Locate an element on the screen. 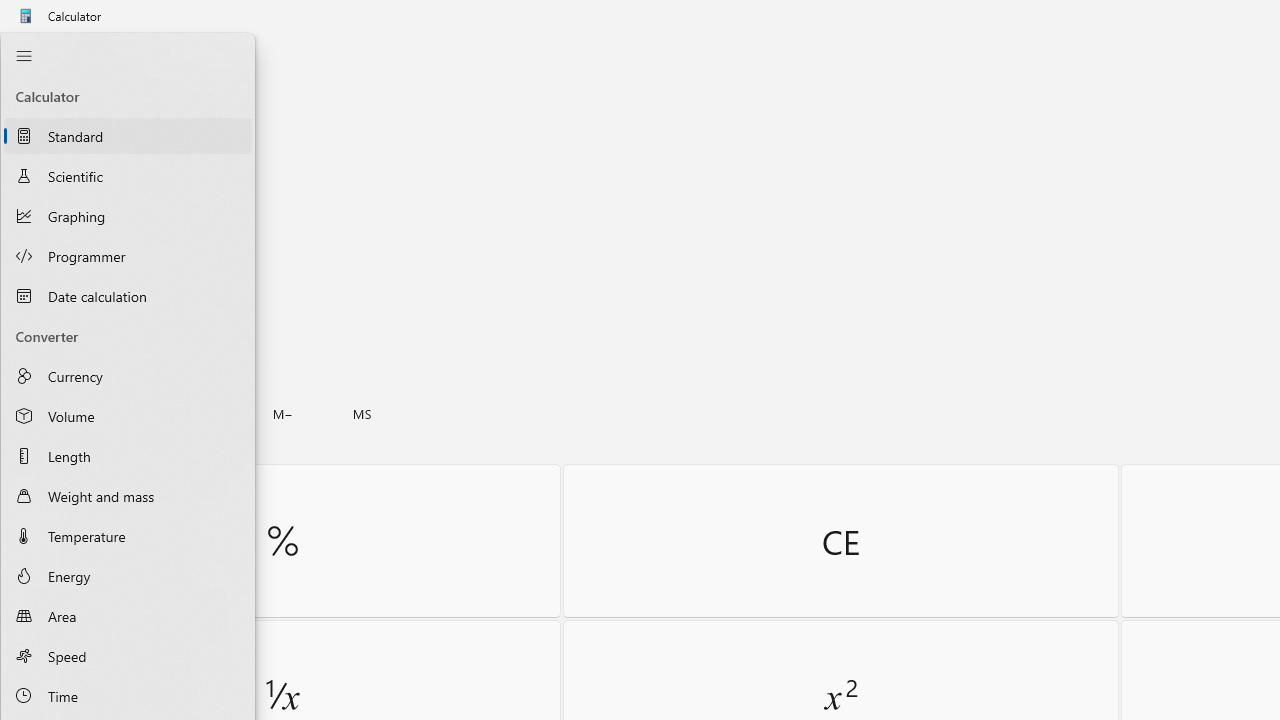 The height and width of the screenshot is (720, 1280). 'Currency Converter' is located at coordinates (127, 375).